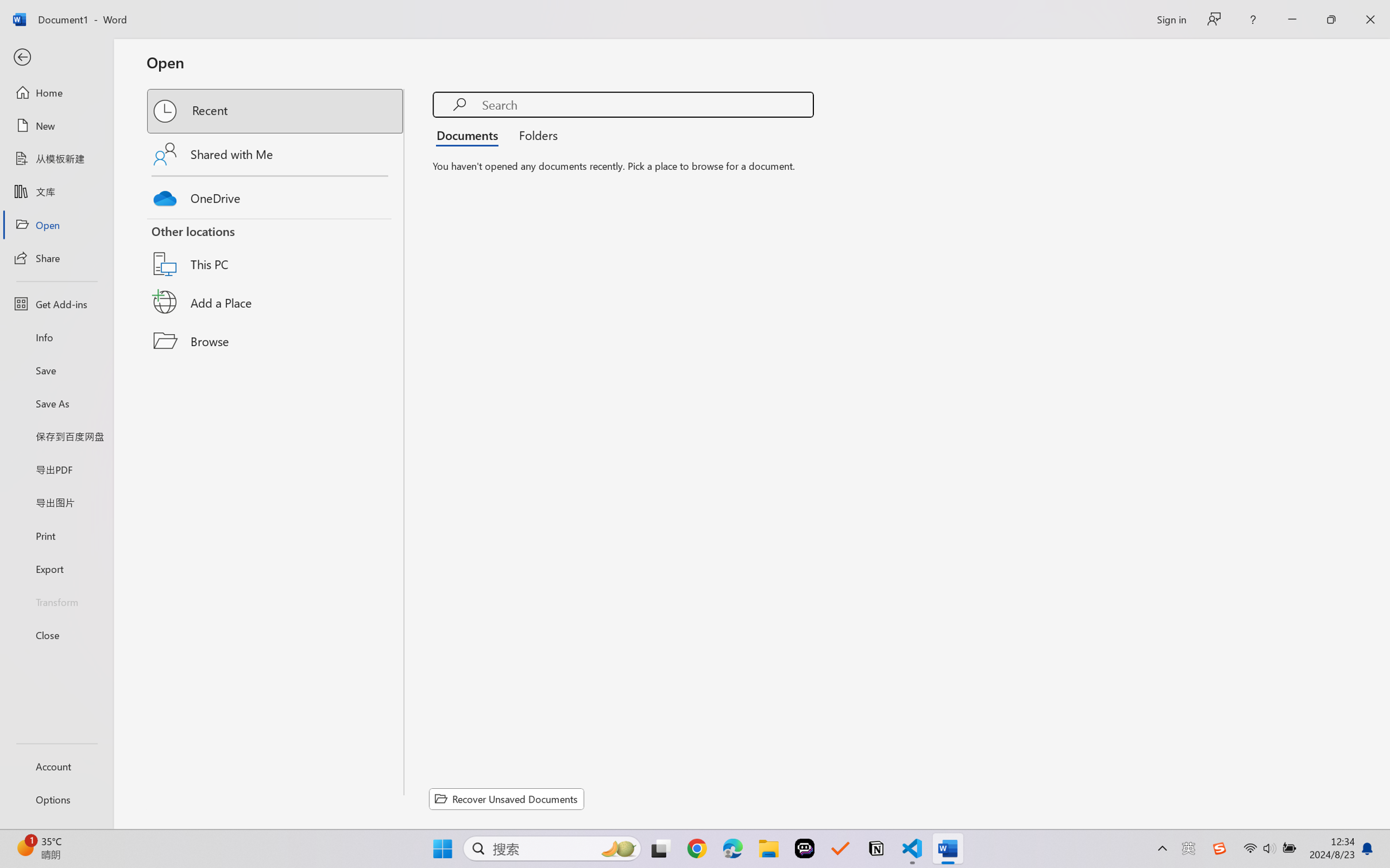  What do you see at coordinates (276, 110) in the screenshot?
I see `'Recent'` at bounding box center [276, 110].